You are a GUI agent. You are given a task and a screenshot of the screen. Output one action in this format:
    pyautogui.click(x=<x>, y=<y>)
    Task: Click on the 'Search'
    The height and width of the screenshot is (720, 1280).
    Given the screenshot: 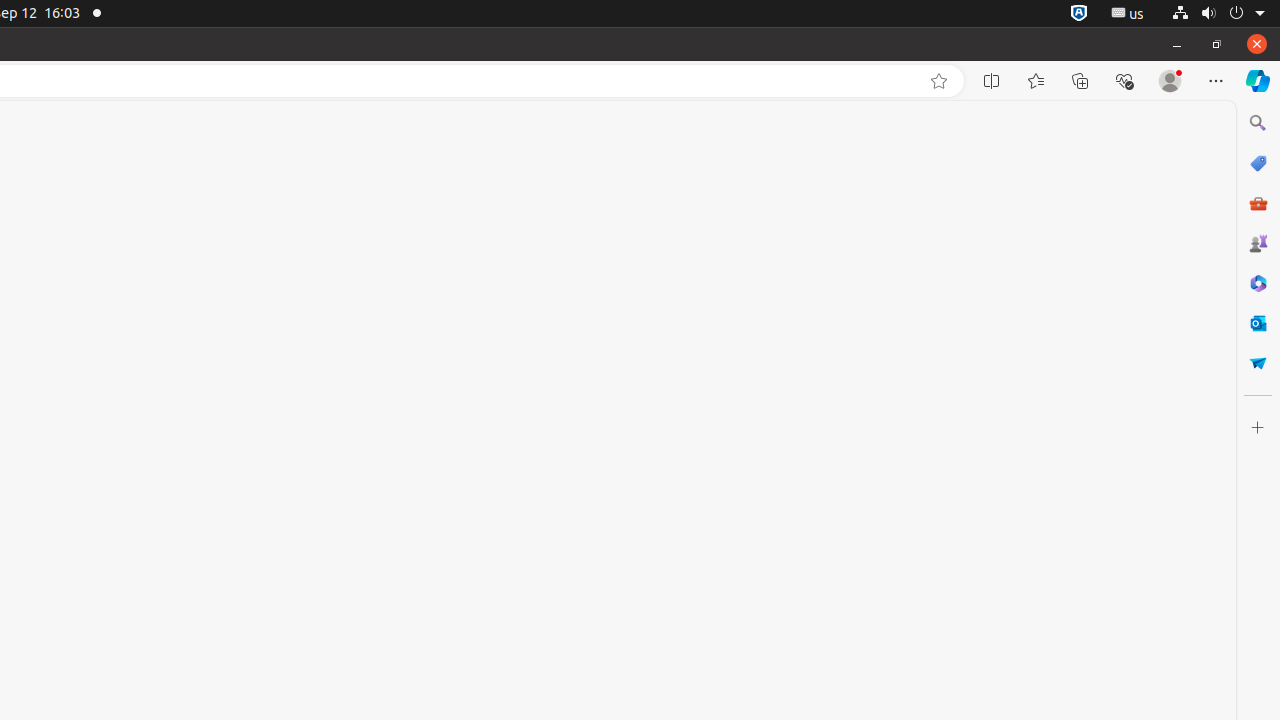 What is the action you would take?
    pyautogui.click(x=1256, y=122)
    